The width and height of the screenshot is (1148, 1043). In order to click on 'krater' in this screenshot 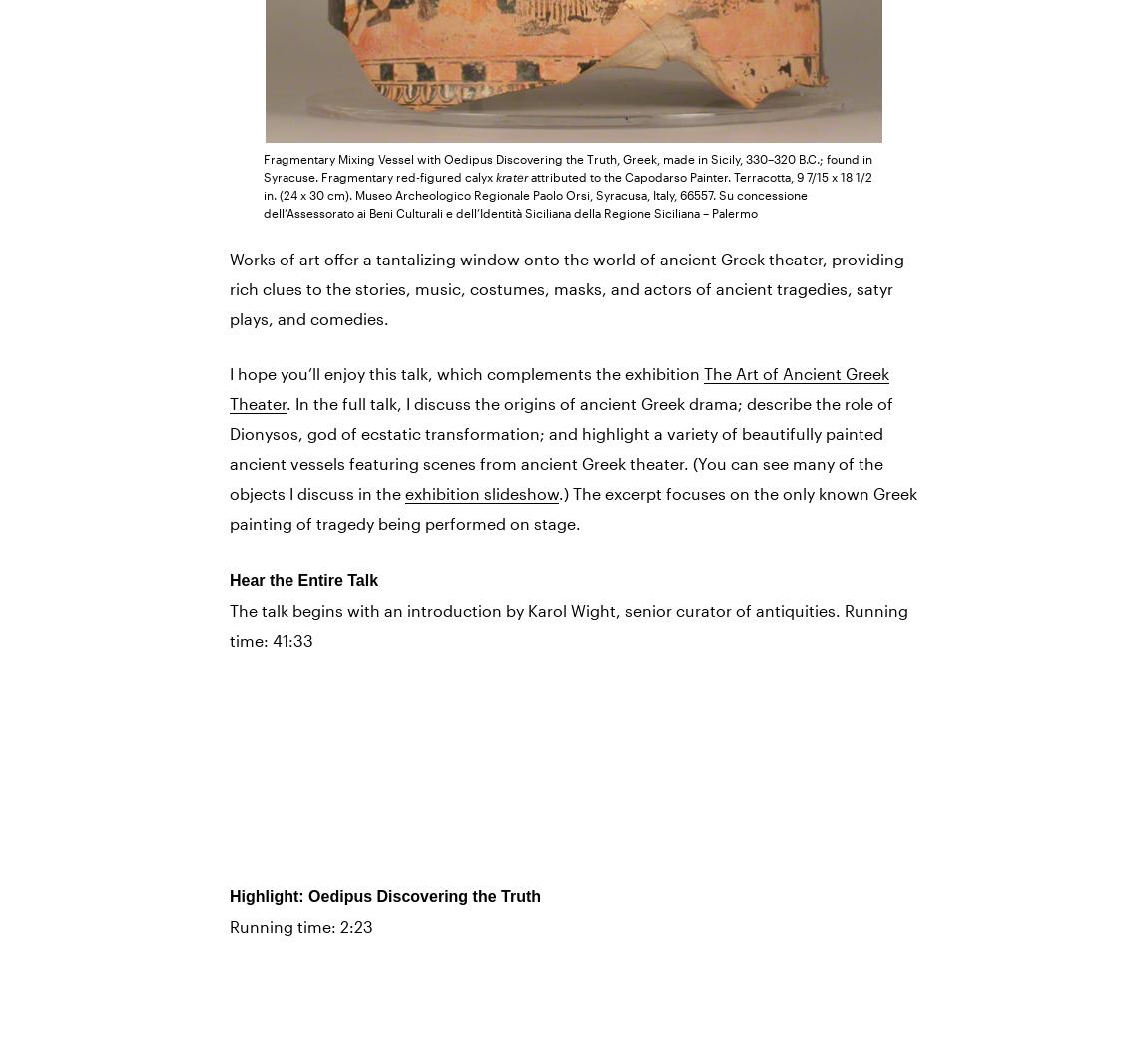, I will do `click(496, 175)`.